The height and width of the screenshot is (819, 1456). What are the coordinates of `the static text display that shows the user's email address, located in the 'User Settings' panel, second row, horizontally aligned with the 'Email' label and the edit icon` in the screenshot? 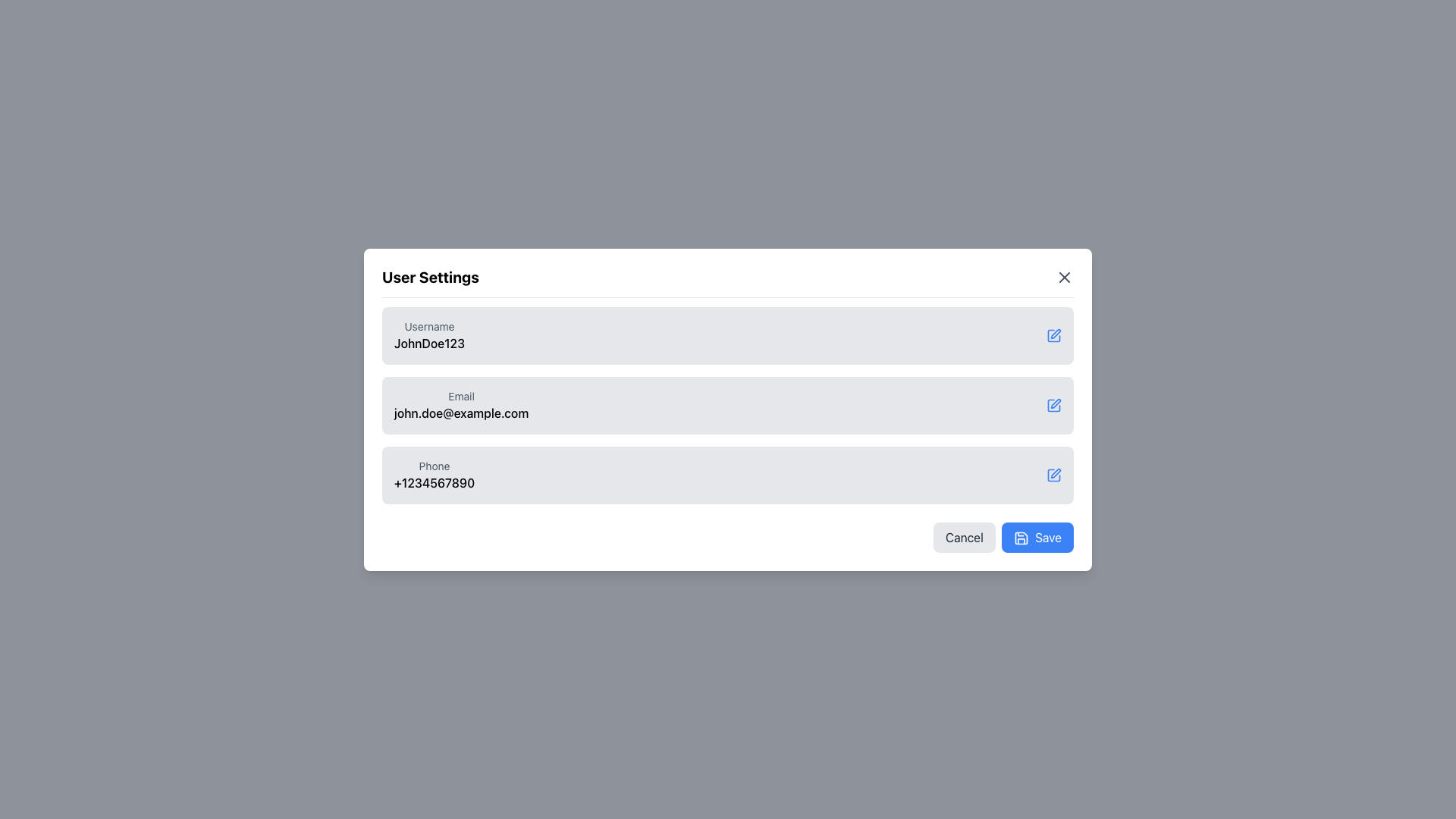 It's located at (460, 404).